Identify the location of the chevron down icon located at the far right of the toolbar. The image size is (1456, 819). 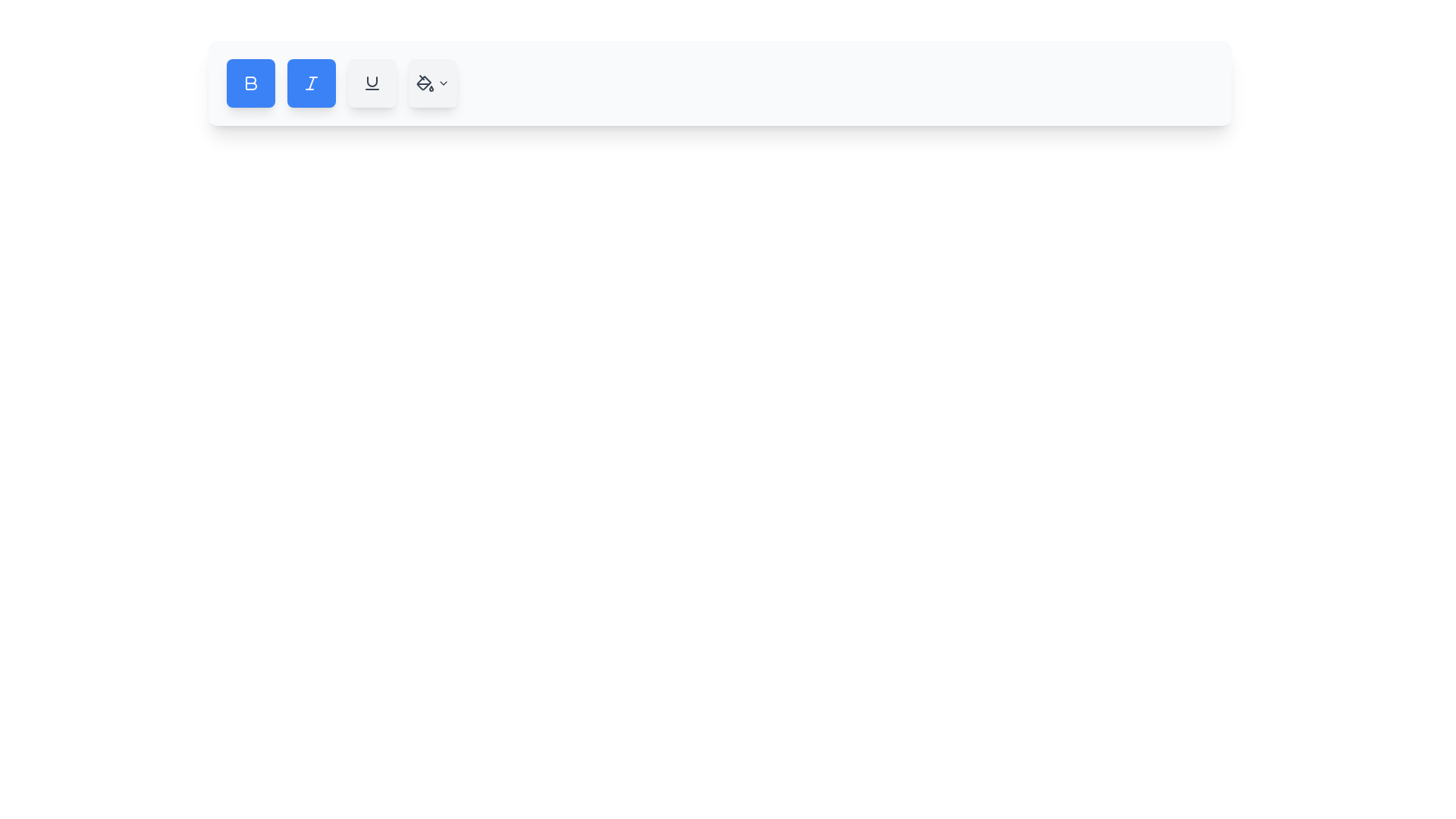
(443, 83).